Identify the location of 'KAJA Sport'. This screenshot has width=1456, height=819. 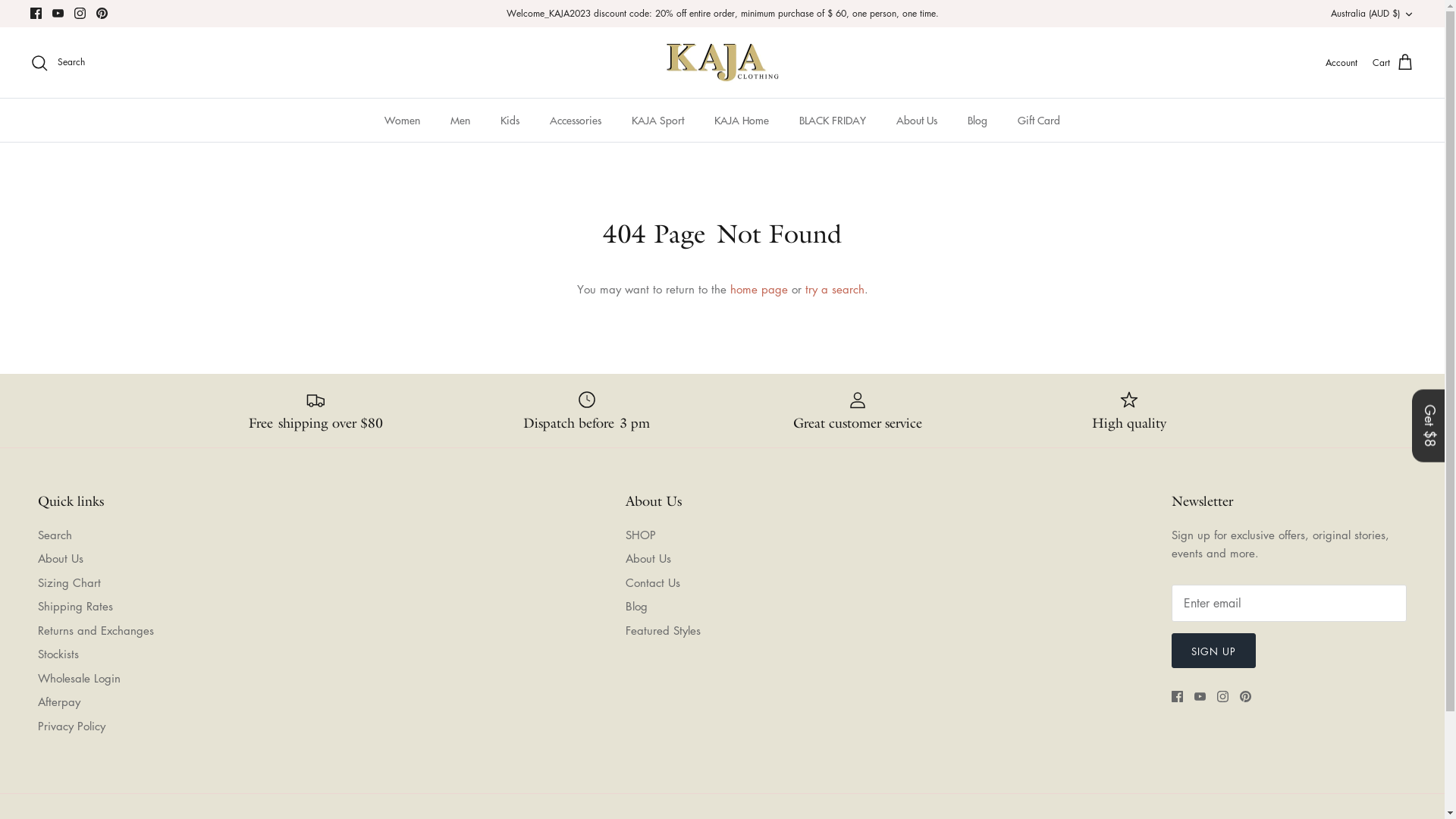
(657, 119).